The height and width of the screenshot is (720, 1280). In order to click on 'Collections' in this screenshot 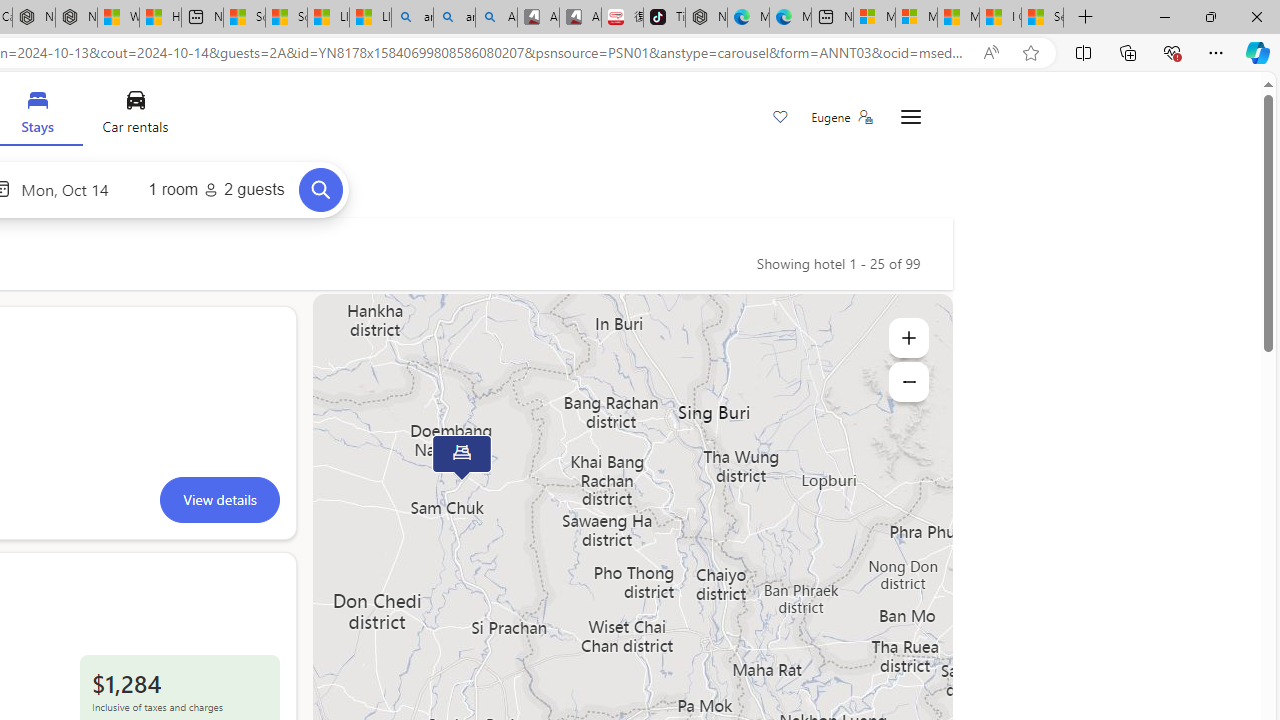, I will do `click(1128, 51)`.